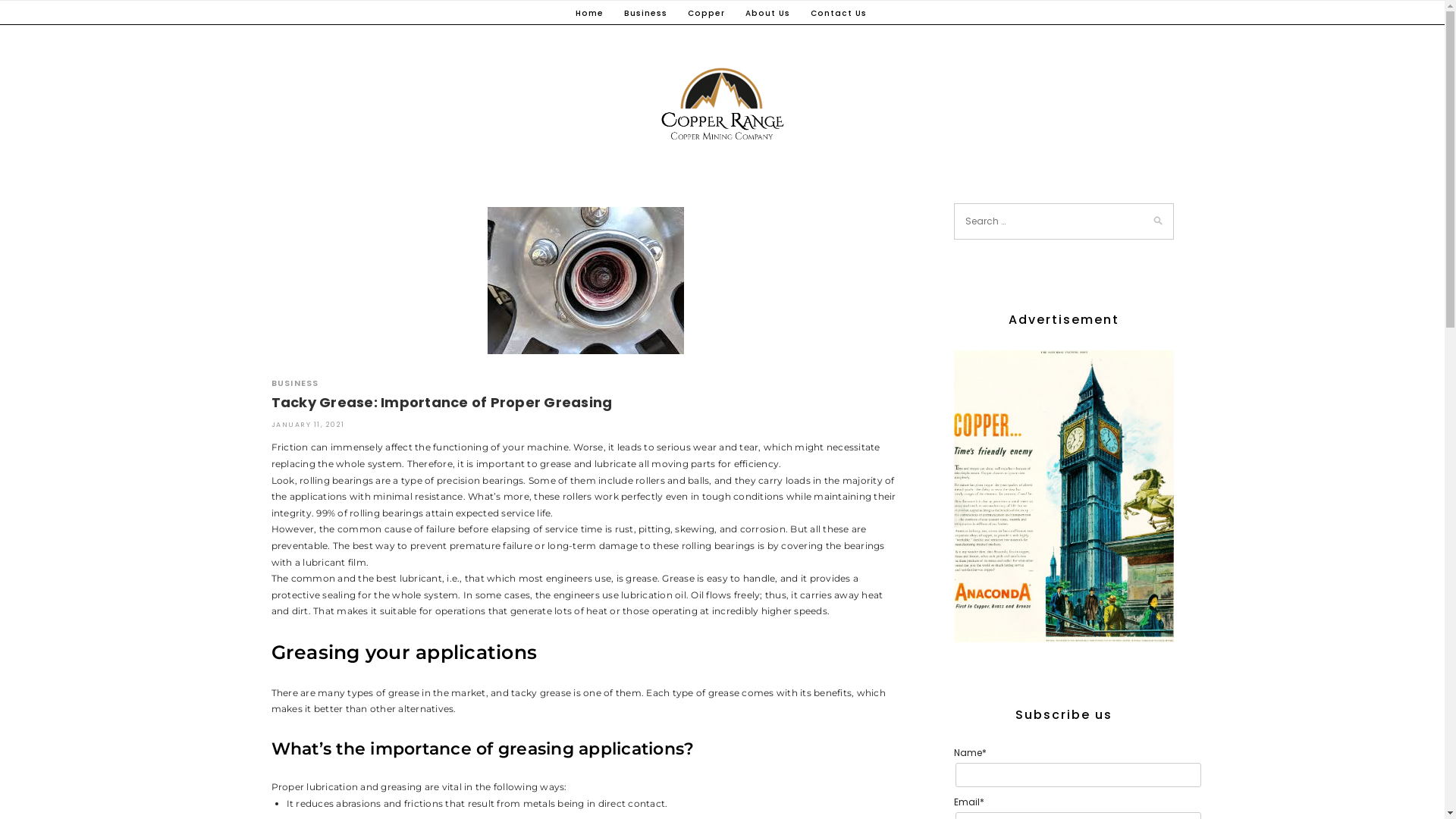  What do you see at coordinates (767, 13) in the screenshot?
I see `'About Us'` at bounding box center [767, 13].